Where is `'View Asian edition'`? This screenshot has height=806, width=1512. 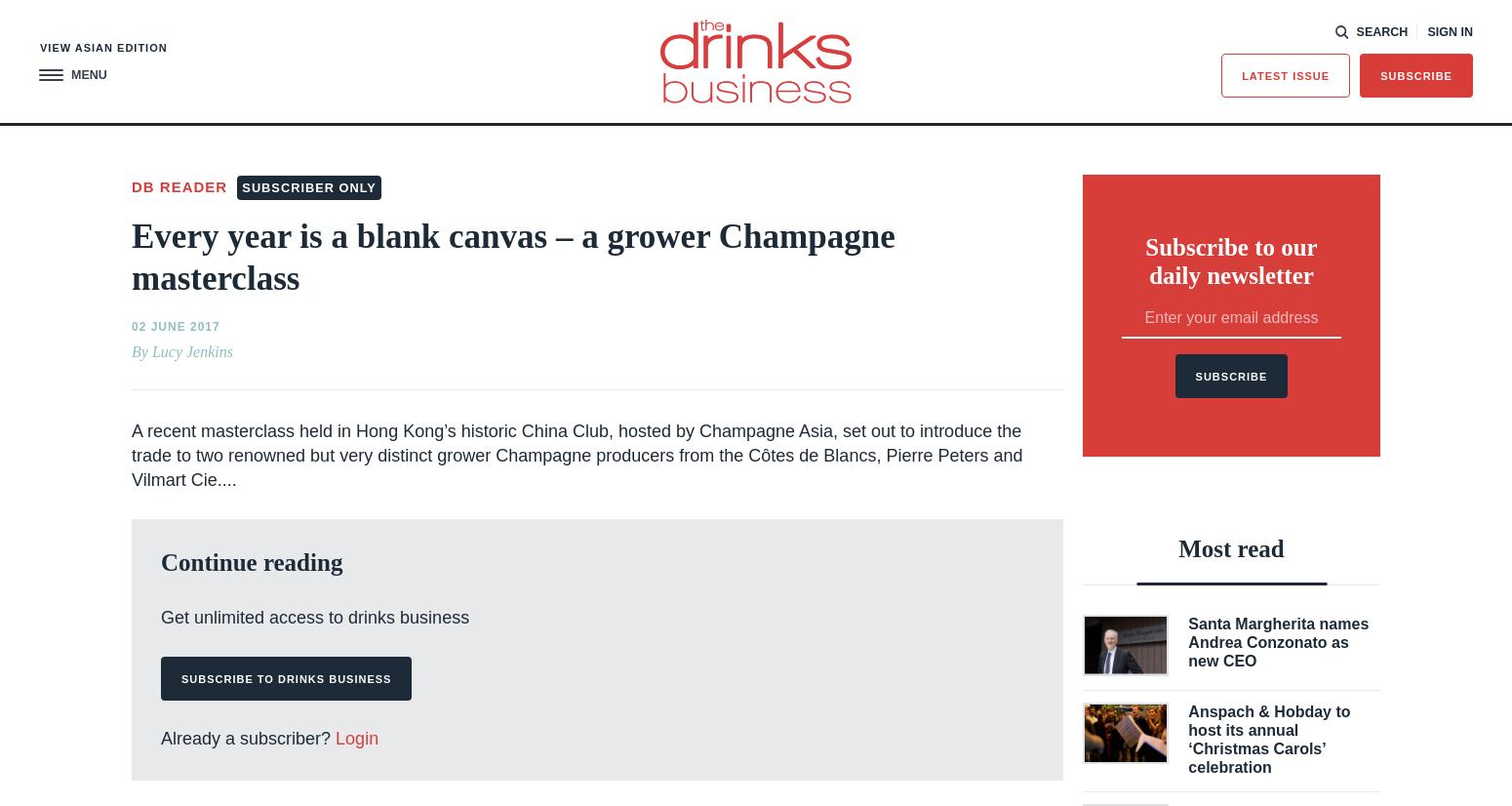 'View Asian edition' is located at coordinates (103, 45).